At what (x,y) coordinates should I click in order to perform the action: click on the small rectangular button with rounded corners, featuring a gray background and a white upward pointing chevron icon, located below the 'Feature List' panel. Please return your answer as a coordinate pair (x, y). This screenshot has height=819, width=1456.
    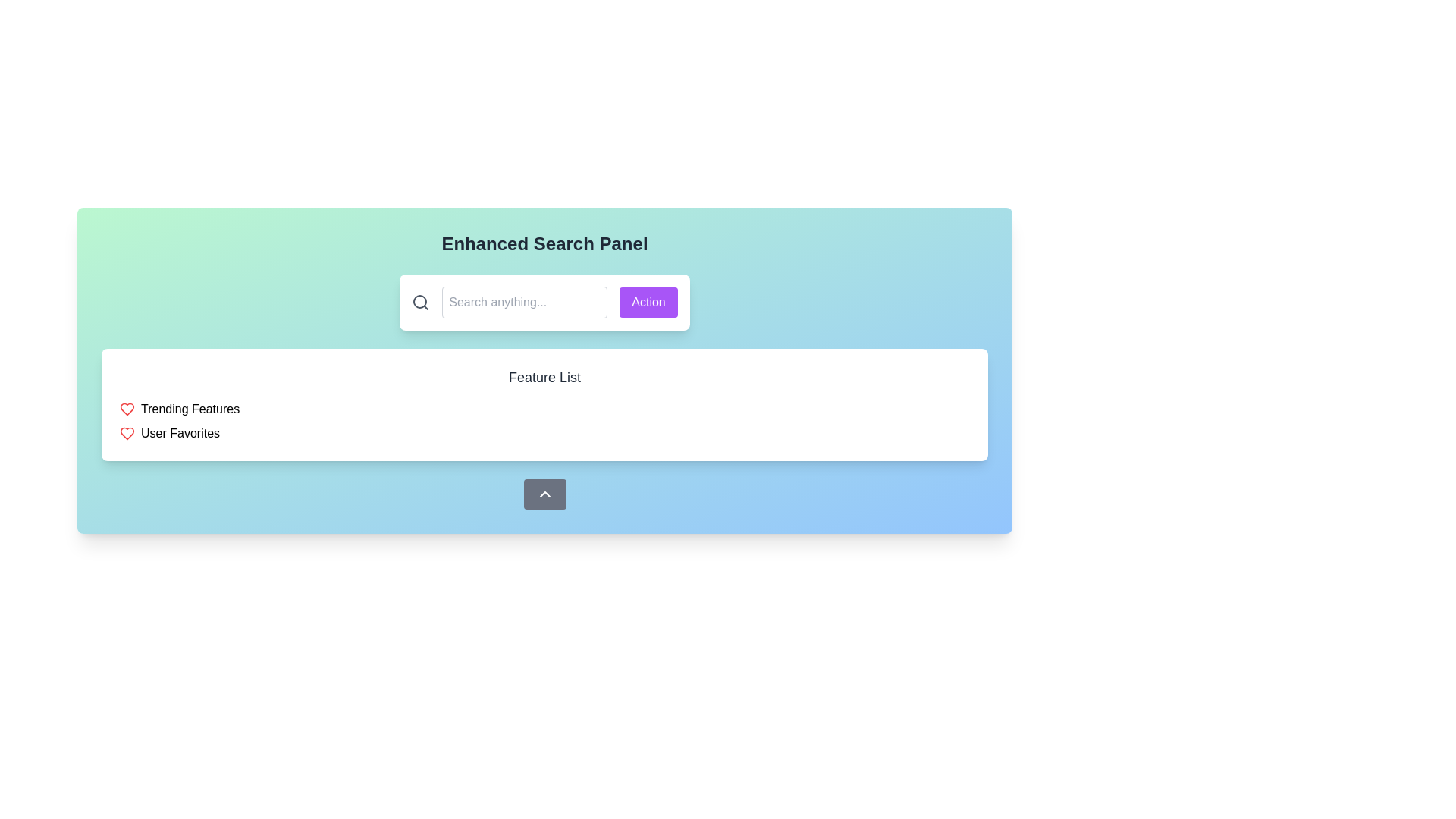
    Looking at the image, I should click on (544, 494).